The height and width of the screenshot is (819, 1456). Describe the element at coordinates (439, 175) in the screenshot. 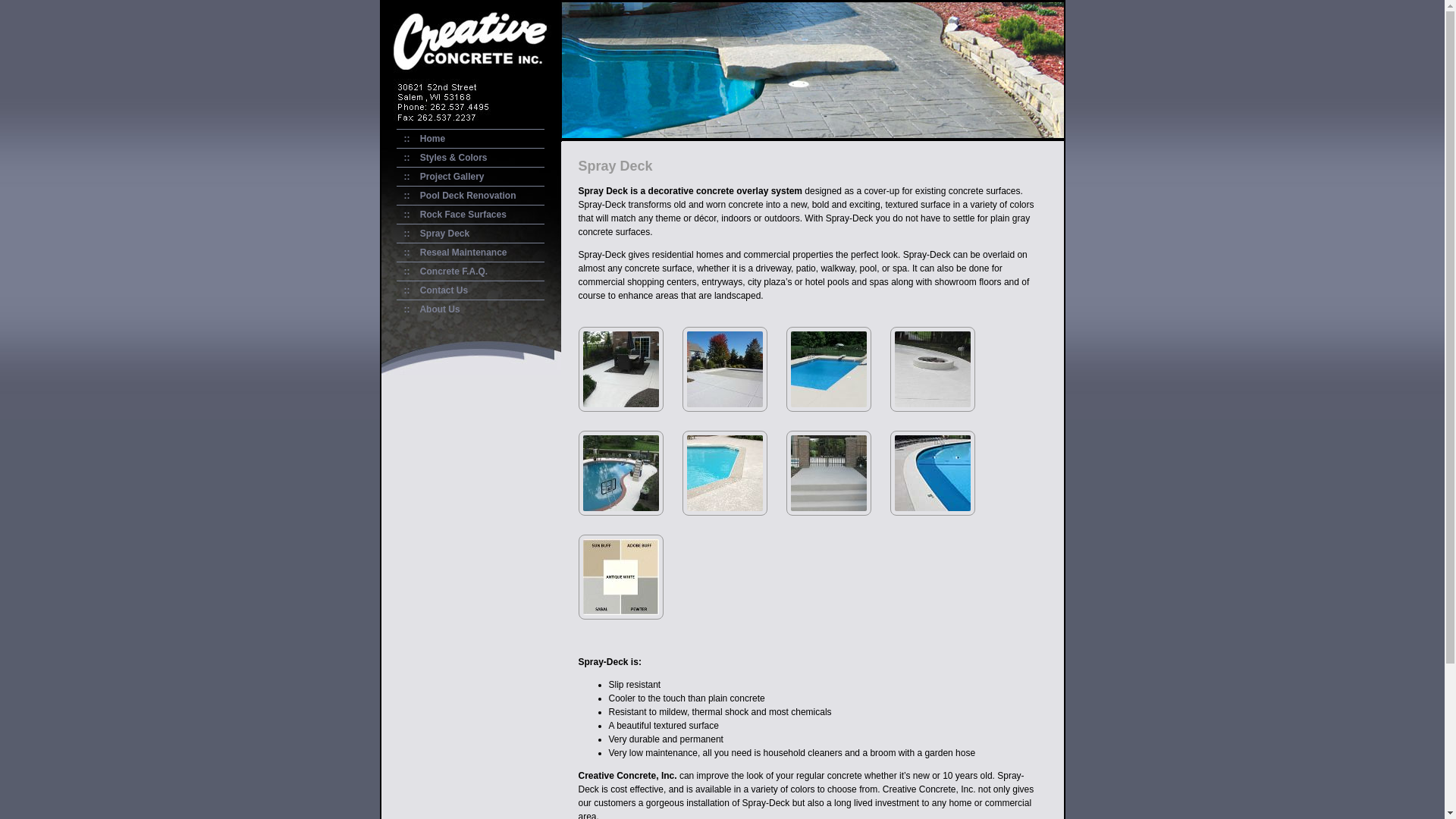

I see `'::    Project Gallery'` at that location.